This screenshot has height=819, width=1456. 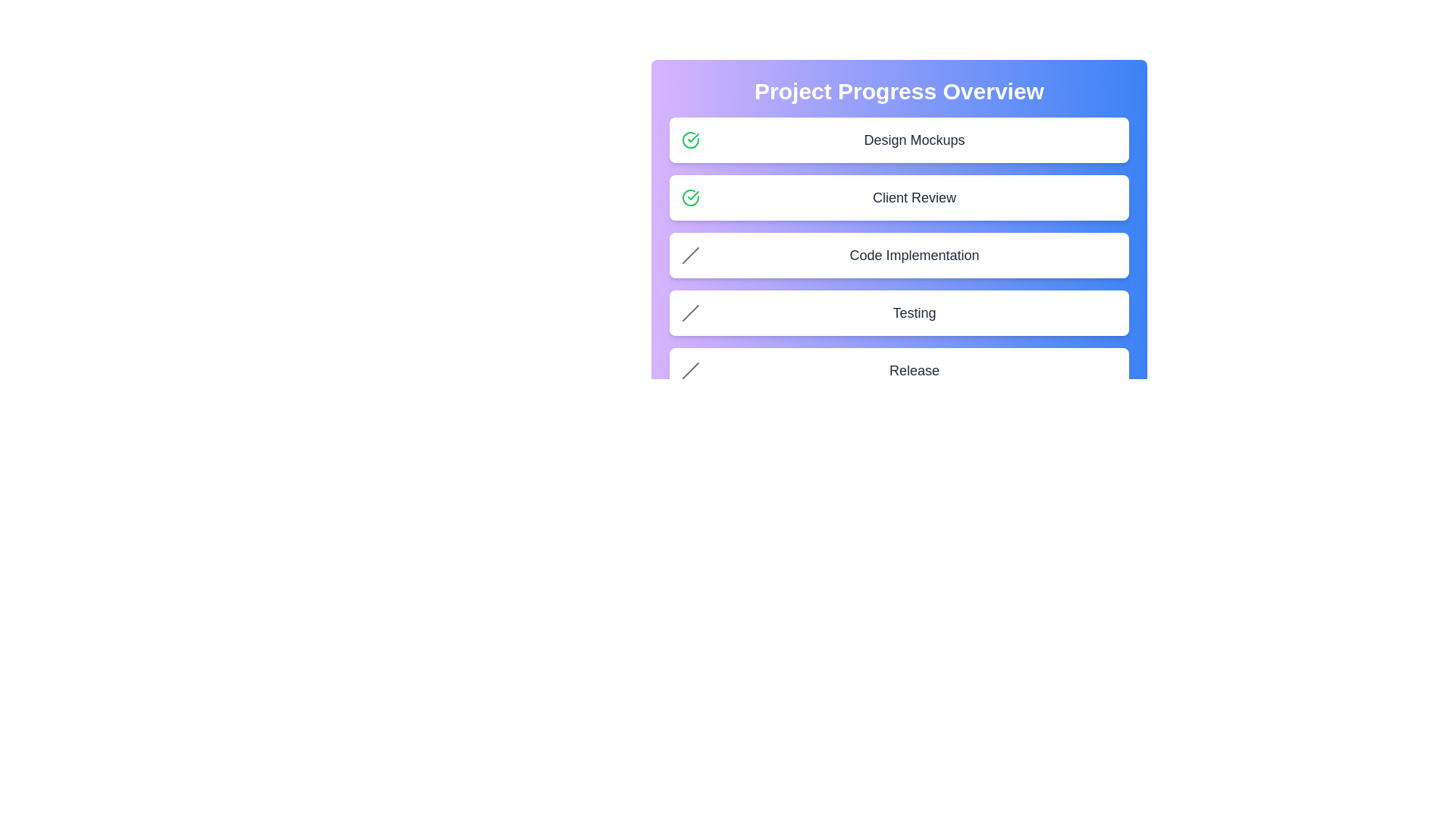 What do you see at coordinates (899, 254) in the screenshot?
I see `the 'Code Implementation' status panel` at bounding box center [899, 254].